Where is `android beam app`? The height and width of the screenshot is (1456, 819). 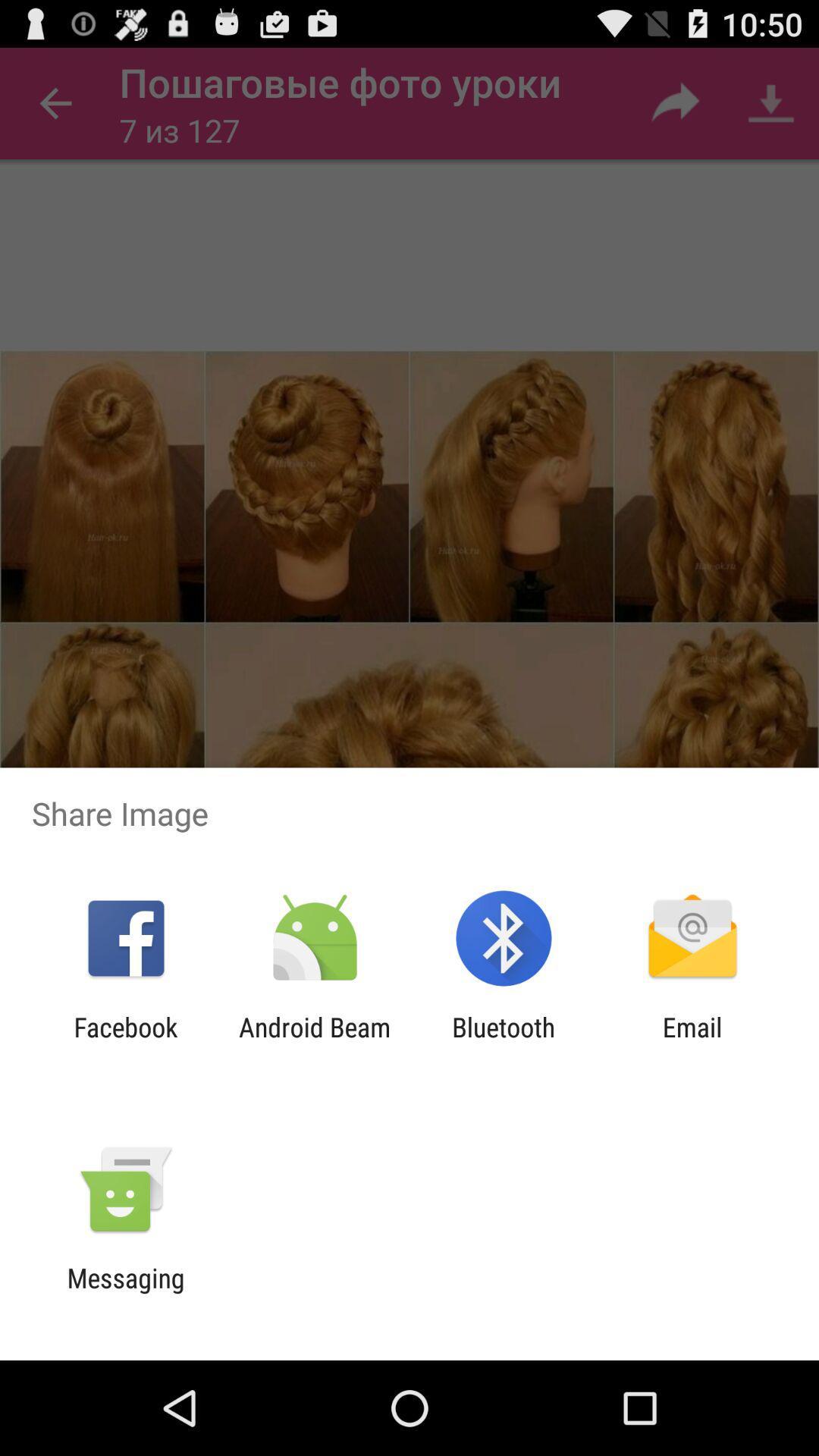
android beam app is located at coordinates (314, 1042).